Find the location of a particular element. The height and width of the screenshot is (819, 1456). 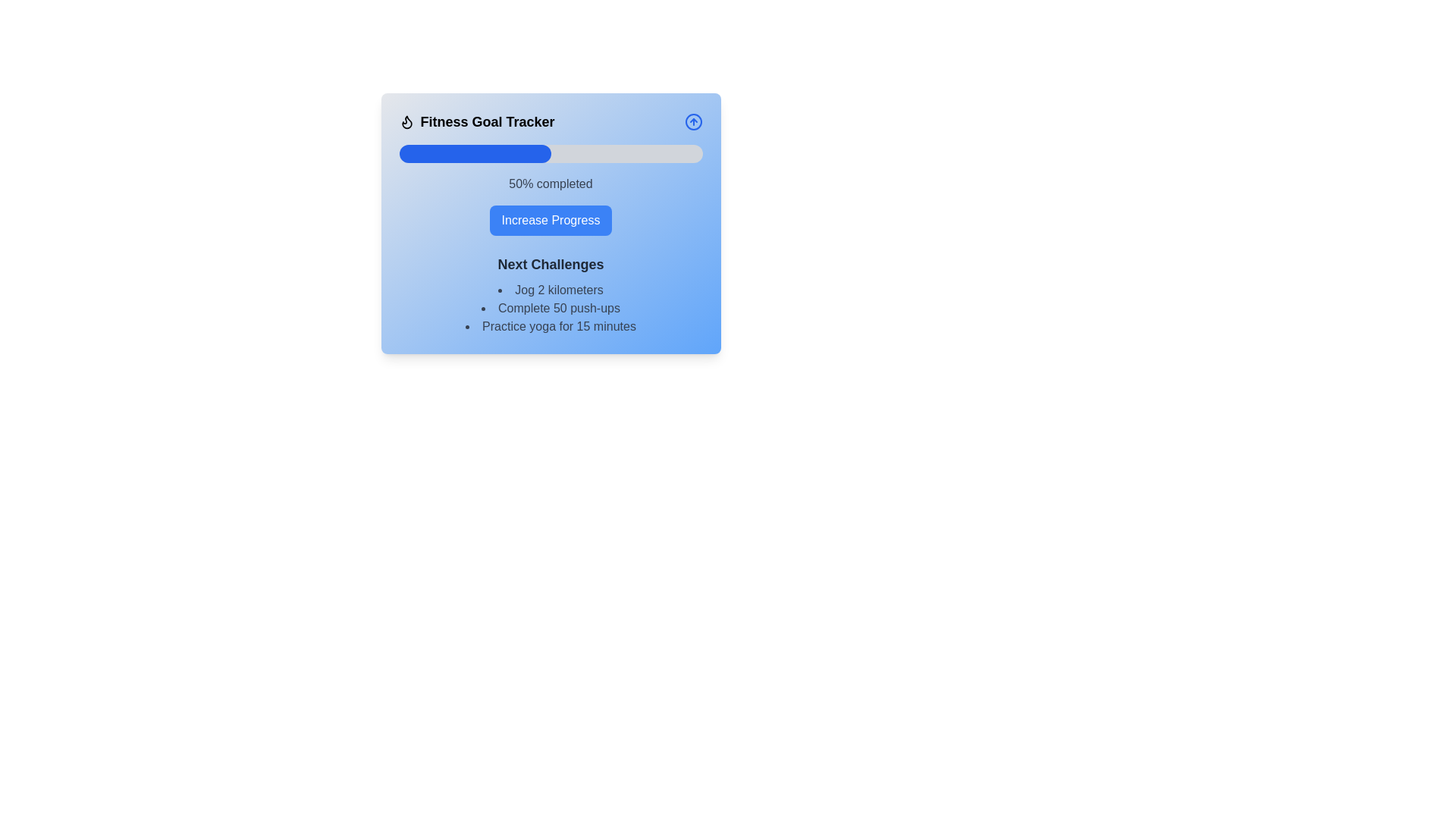

the button located within the 'Fitness Goal Tracker' card, positioned below the progress bar that indicates '50% completed' is located at coordinates (550, 220).